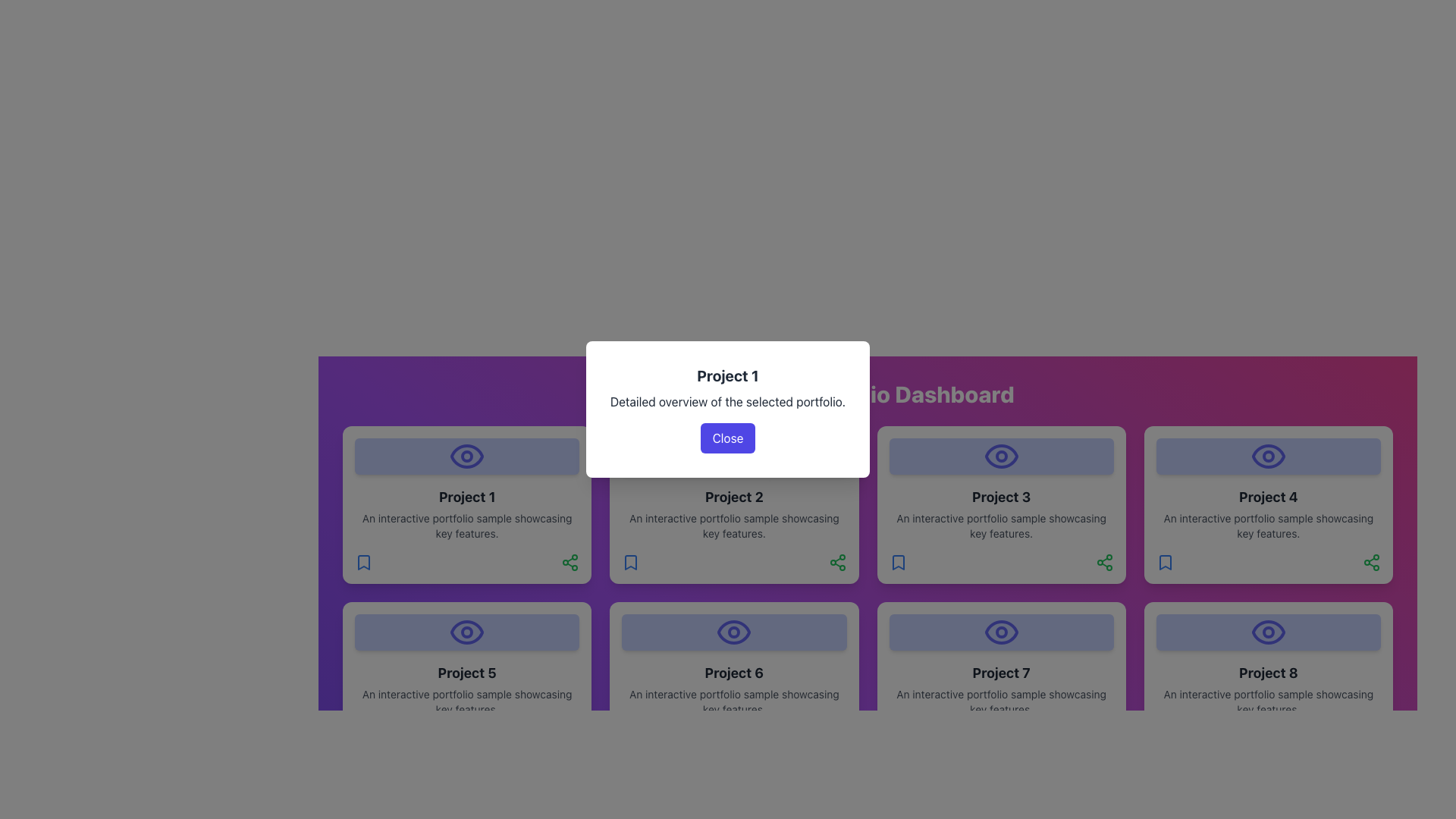  I want to click on text element providing a concise description of the 'Project 5' portfolio item located below the title 'Project 5' in the fifth card of the grid layout, so click(466, 701).